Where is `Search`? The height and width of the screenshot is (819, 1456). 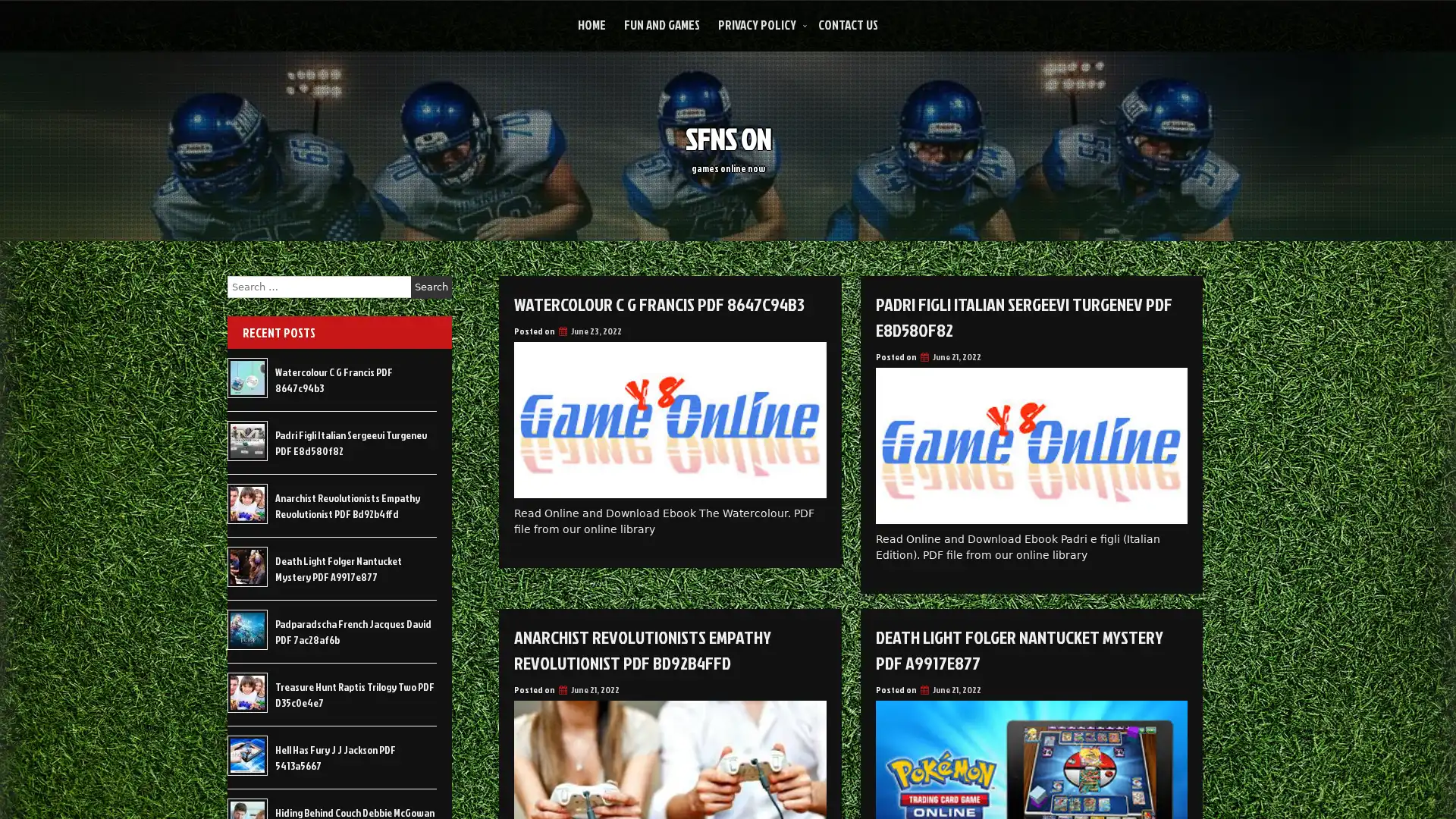 Search is located at coordinates (431, 287).